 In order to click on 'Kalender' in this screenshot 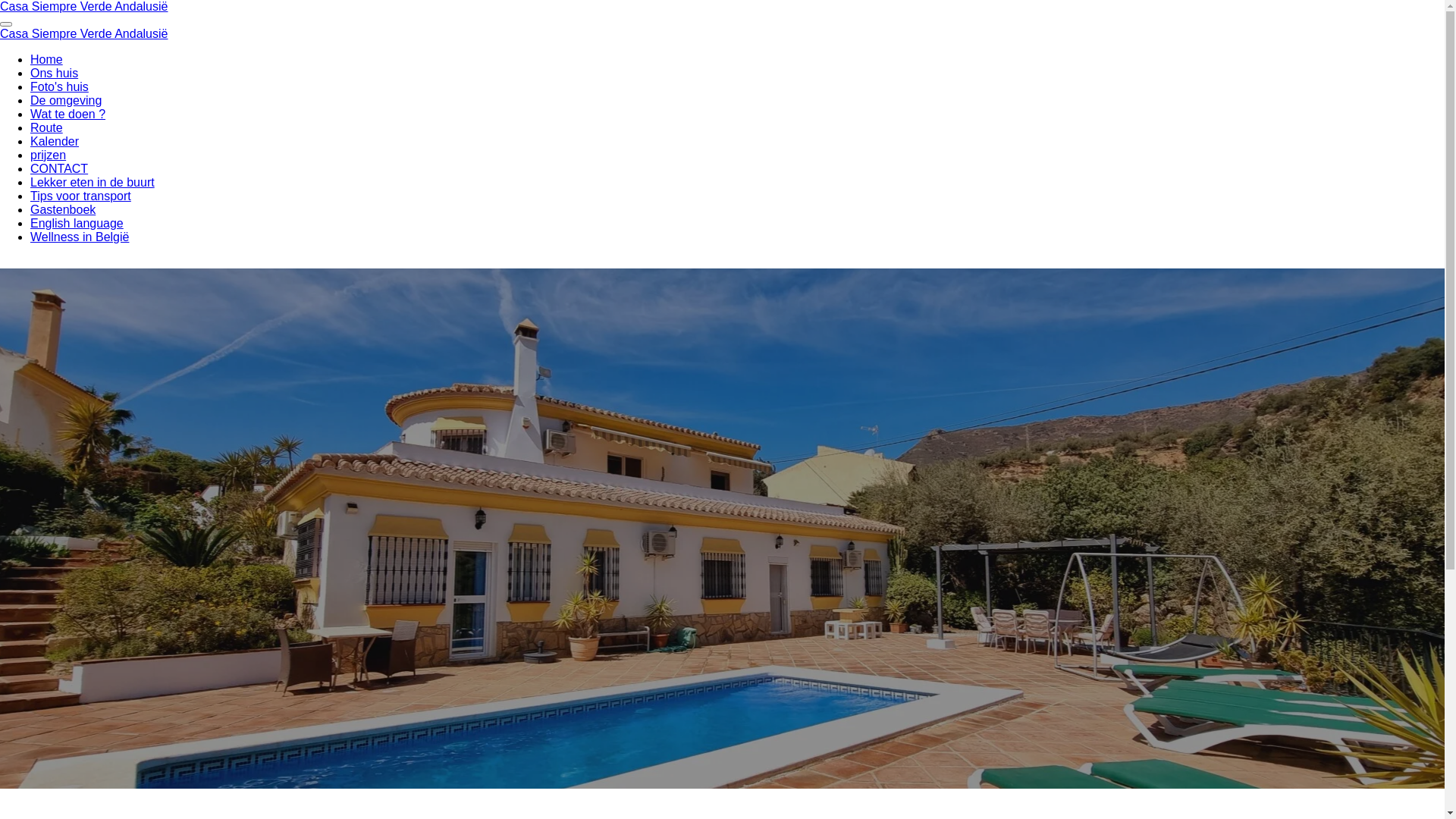, I will do `click(55, 141)`.